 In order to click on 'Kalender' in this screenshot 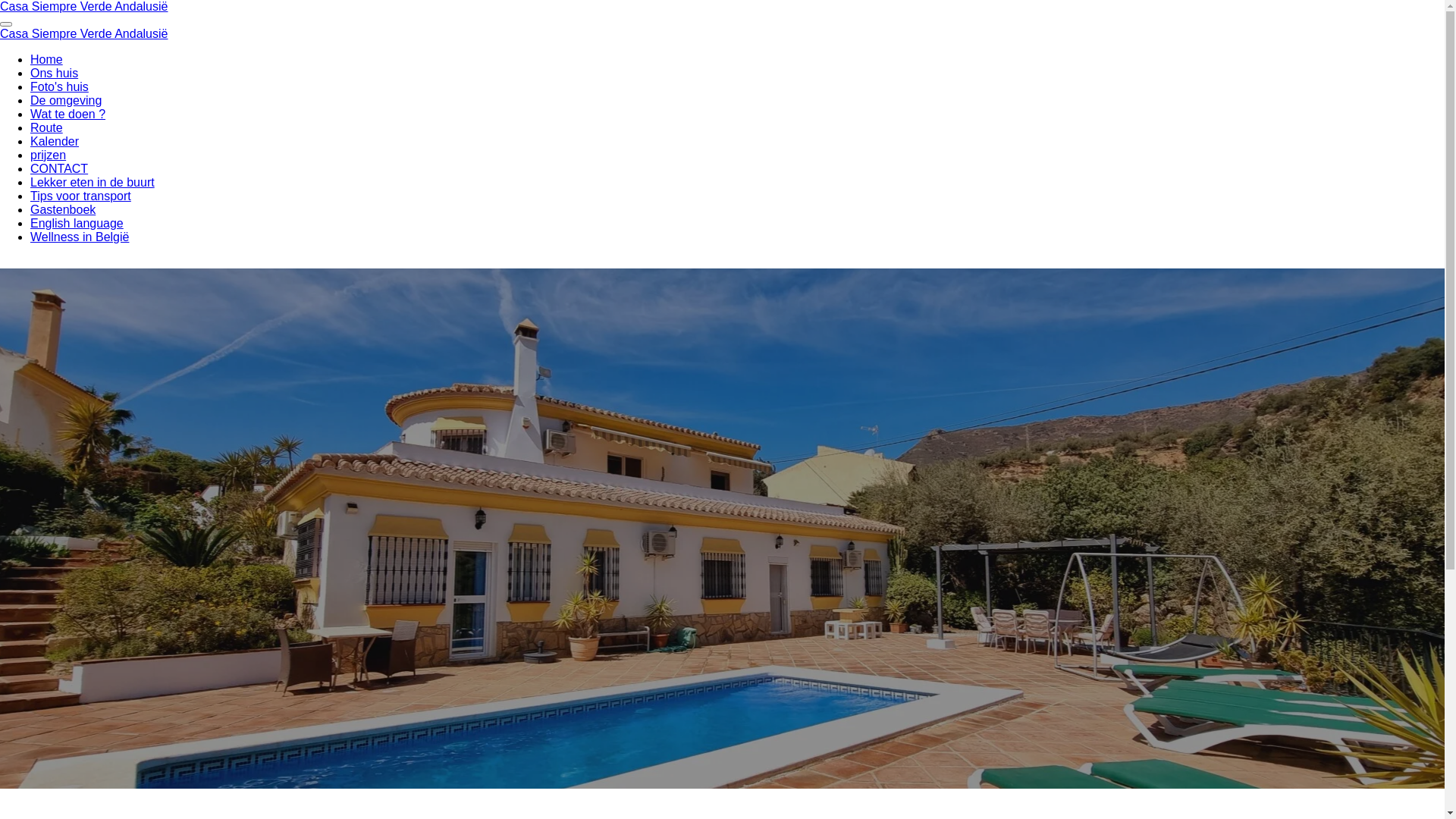, I will do `click(55, 141)`.